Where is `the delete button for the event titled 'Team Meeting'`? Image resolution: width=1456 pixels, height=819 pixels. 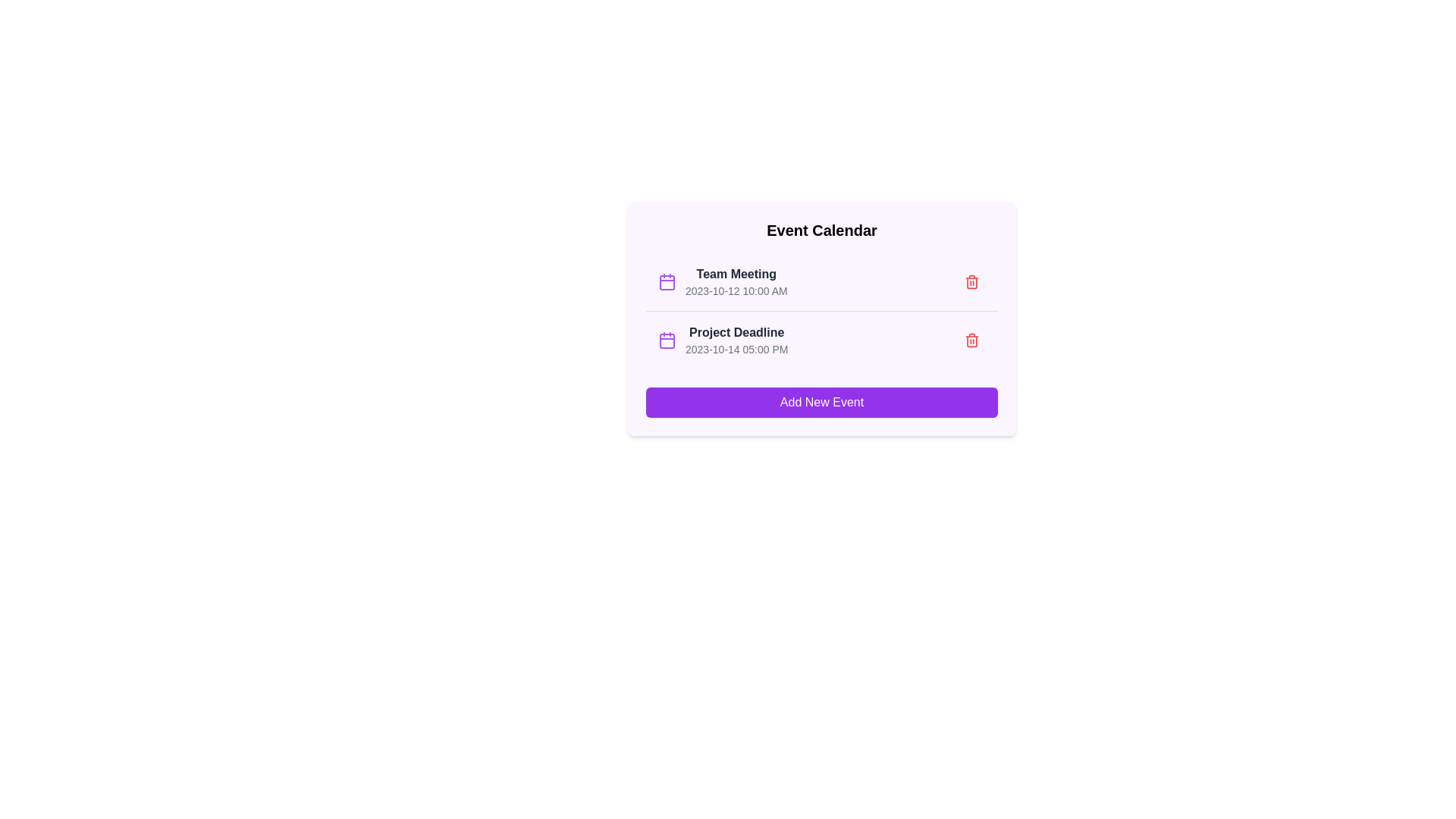 the delete button for the event titled 'Team Meeting' is located at coordinates (971, 281).